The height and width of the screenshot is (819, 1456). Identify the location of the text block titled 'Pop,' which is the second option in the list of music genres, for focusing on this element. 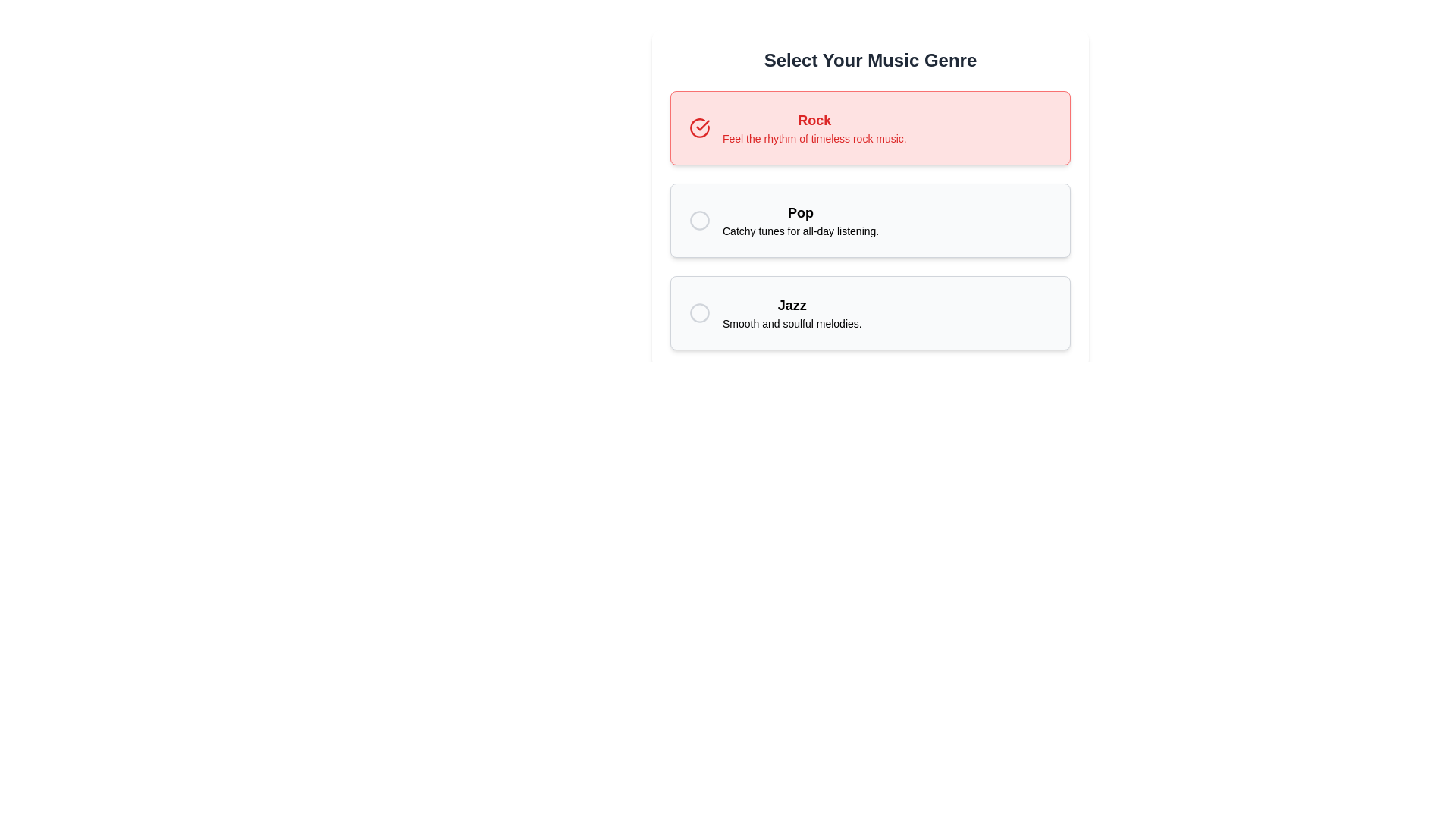
(800, 220).